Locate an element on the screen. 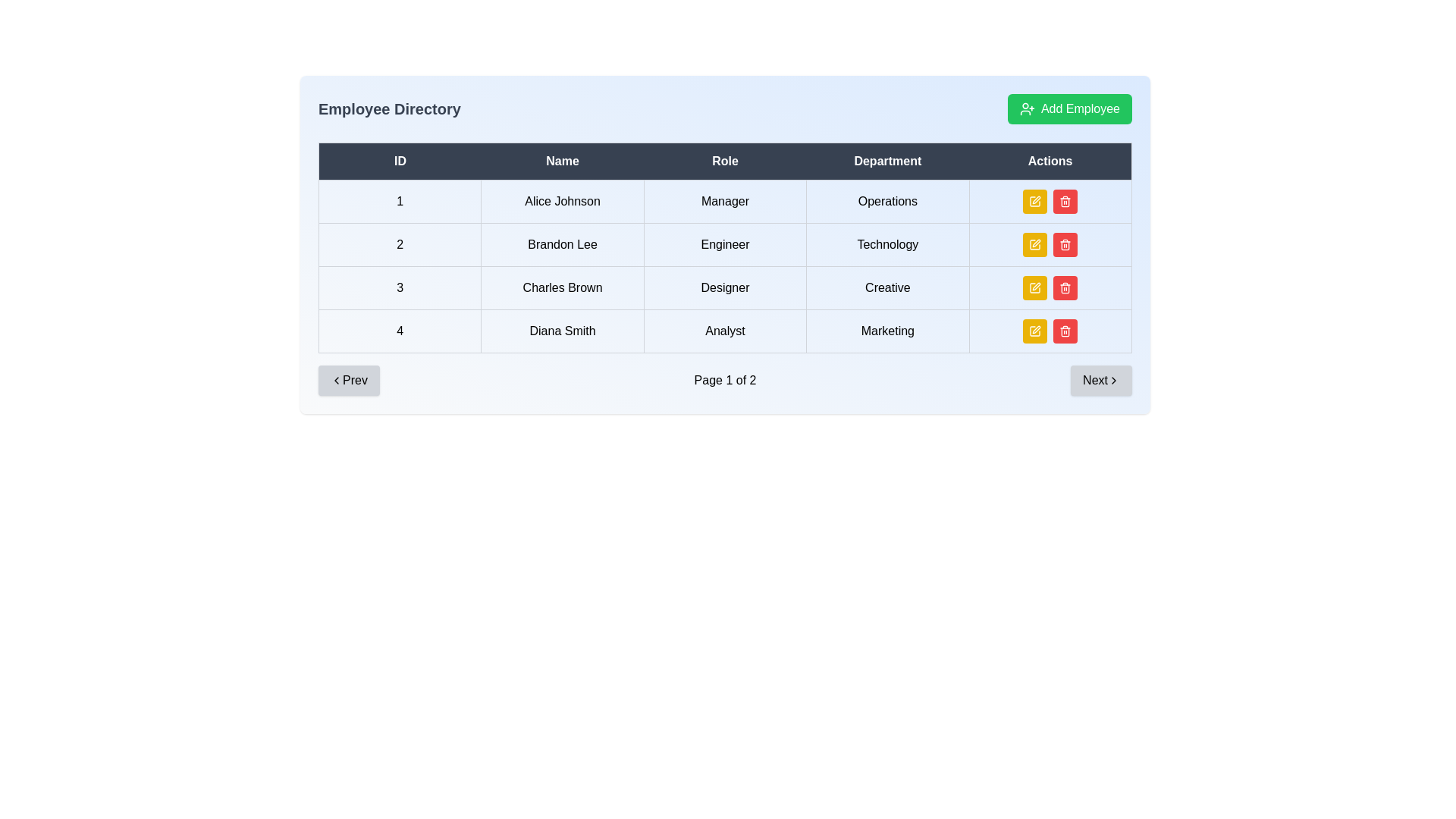 This screenshot has height=819, width=1456. the interactive pen-shaped icon button with a yellow background in the 'Actions' column corresponding to 'Brandon Lee' is located at coordinates (1034, 244).